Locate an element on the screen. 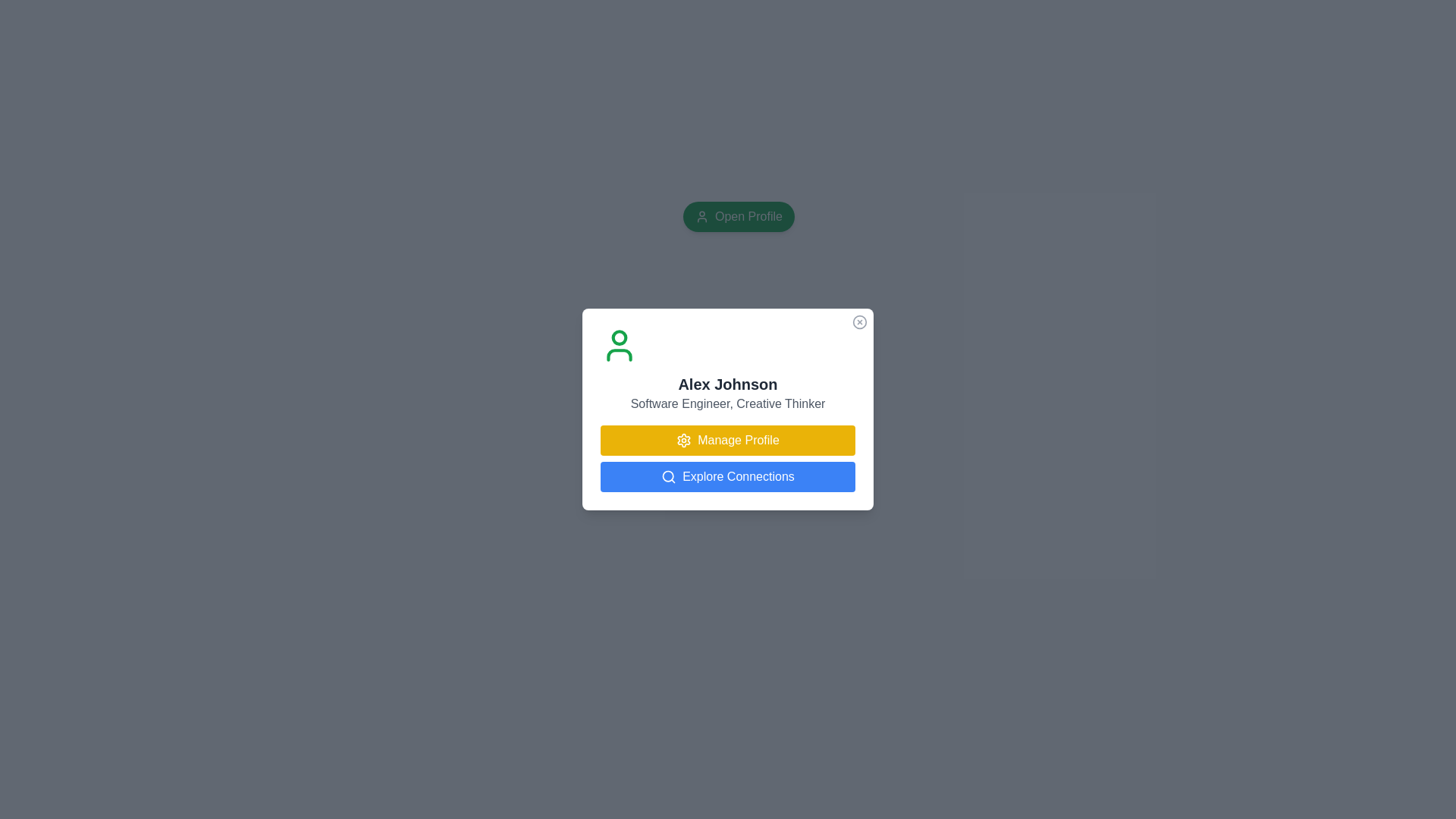 This screenshot has width=1456, height=819. header text label indicating the name of the individual profiled in the card, which is located below the user icon and above the subtitle 'Software Engineer, Creative Thinker' is located at coordinates (728, 383).